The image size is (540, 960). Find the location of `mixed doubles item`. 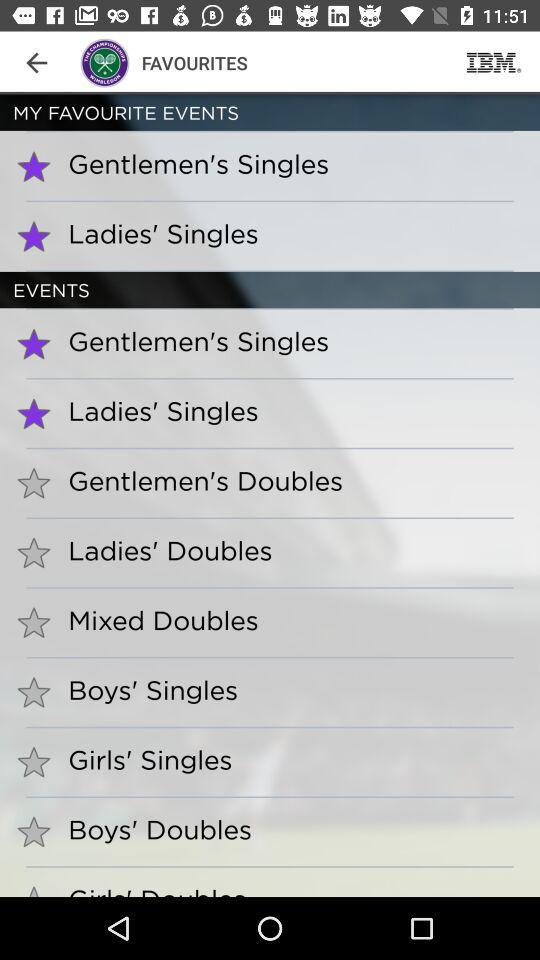

mixed doubles item is located at coordinates (155, 619).